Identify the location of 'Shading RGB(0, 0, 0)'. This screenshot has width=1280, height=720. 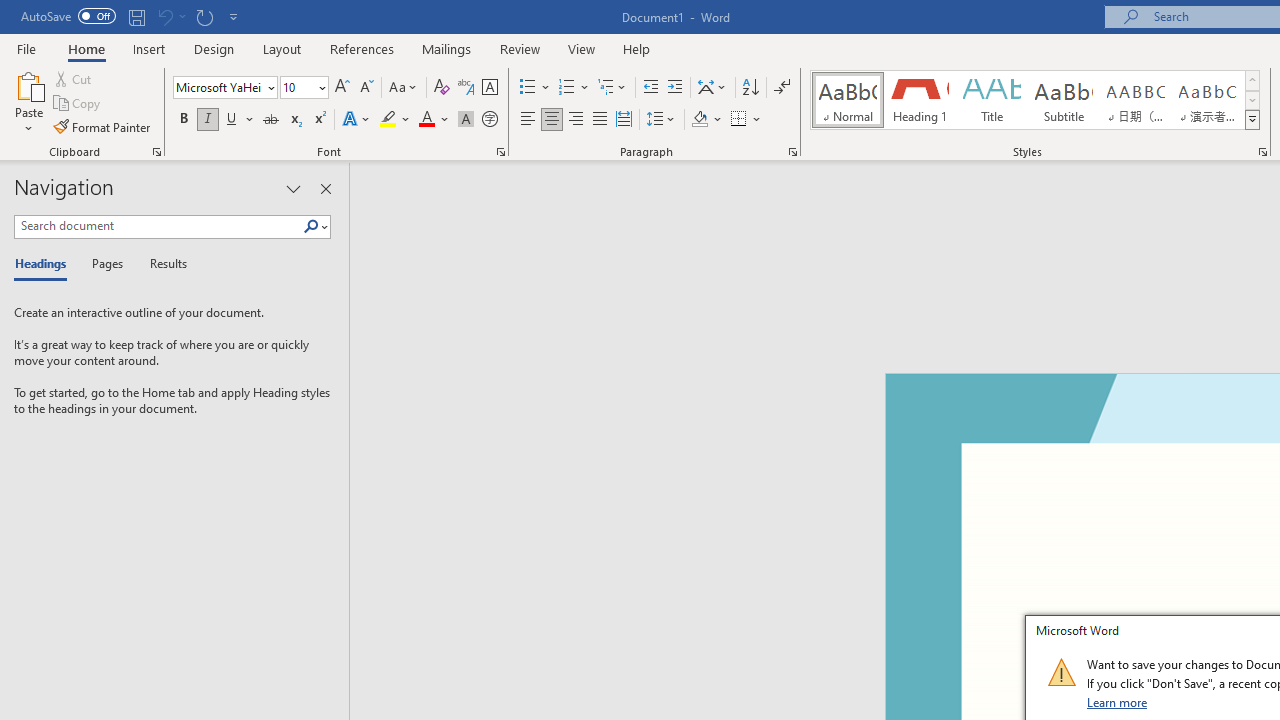
(699, 119).